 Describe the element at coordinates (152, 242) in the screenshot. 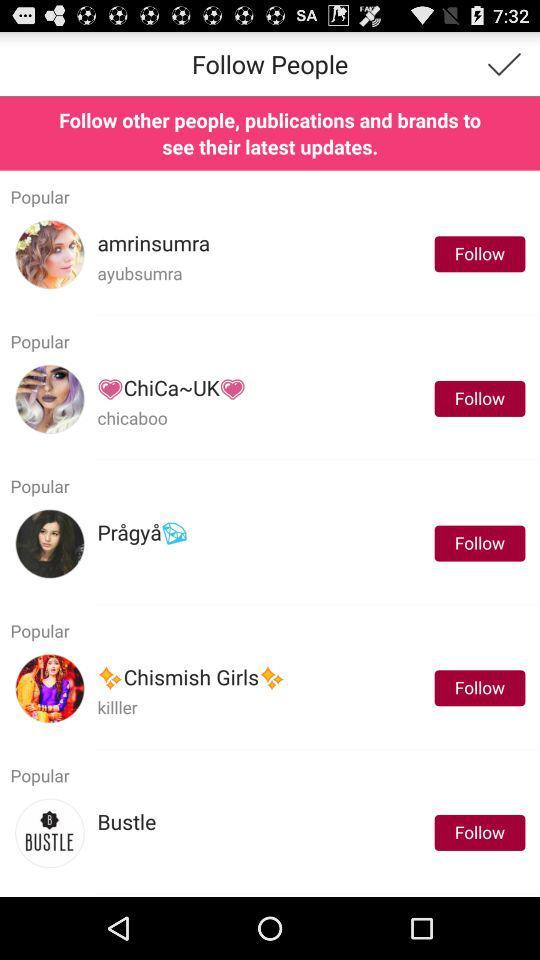

I see `the icon above the ayubsumra icon` at that location.